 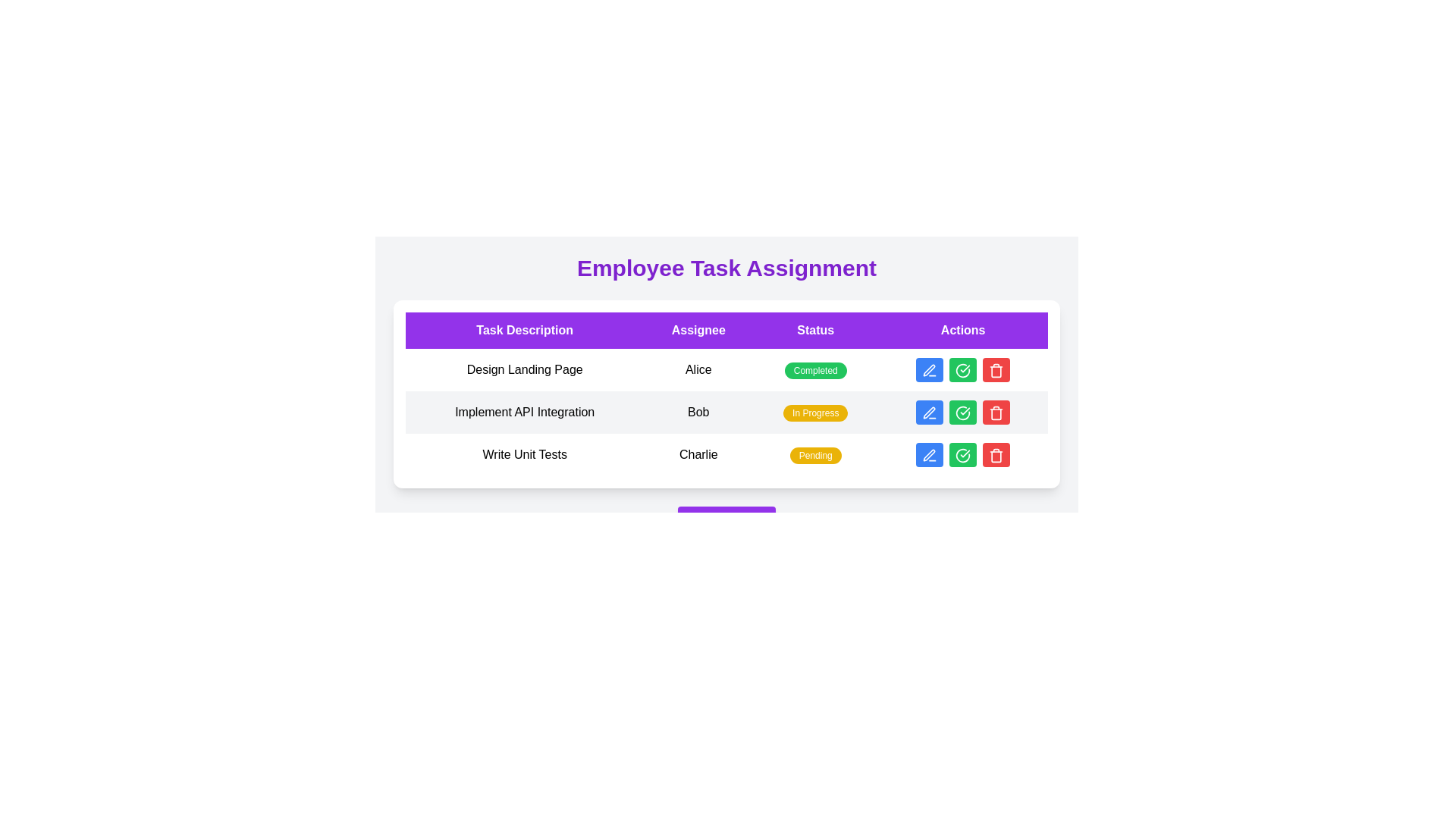 What do you see at coordinates (814, 454) in the screenshot?
I see `the 'Pending' status label in the 'Status' column for the task 'Write Unit Tests' assigned to 'Charlie'` at bounding box center [814, 454].